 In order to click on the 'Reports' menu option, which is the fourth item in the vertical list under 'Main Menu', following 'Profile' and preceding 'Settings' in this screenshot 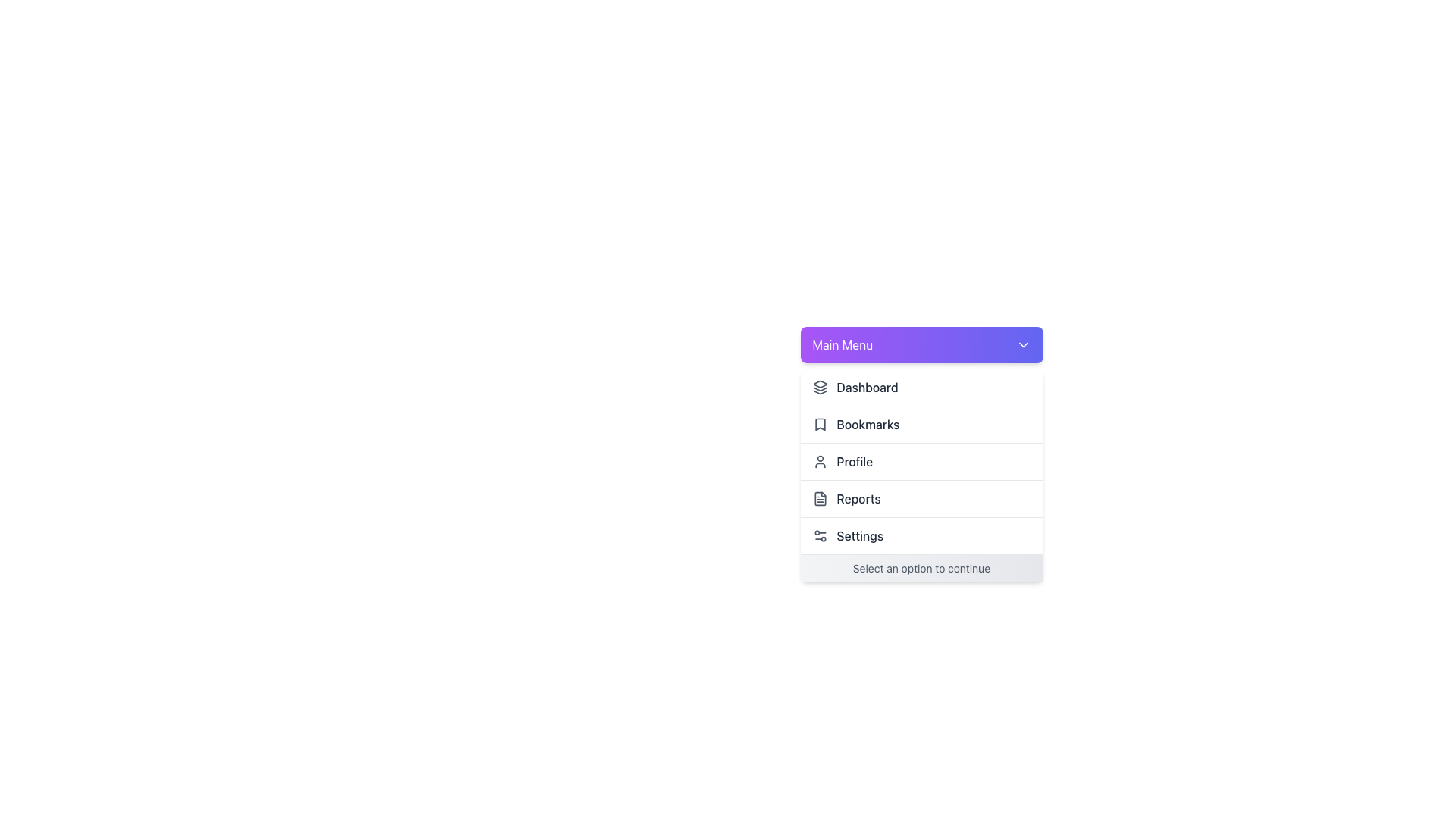, I will do `click(921, 498)`.